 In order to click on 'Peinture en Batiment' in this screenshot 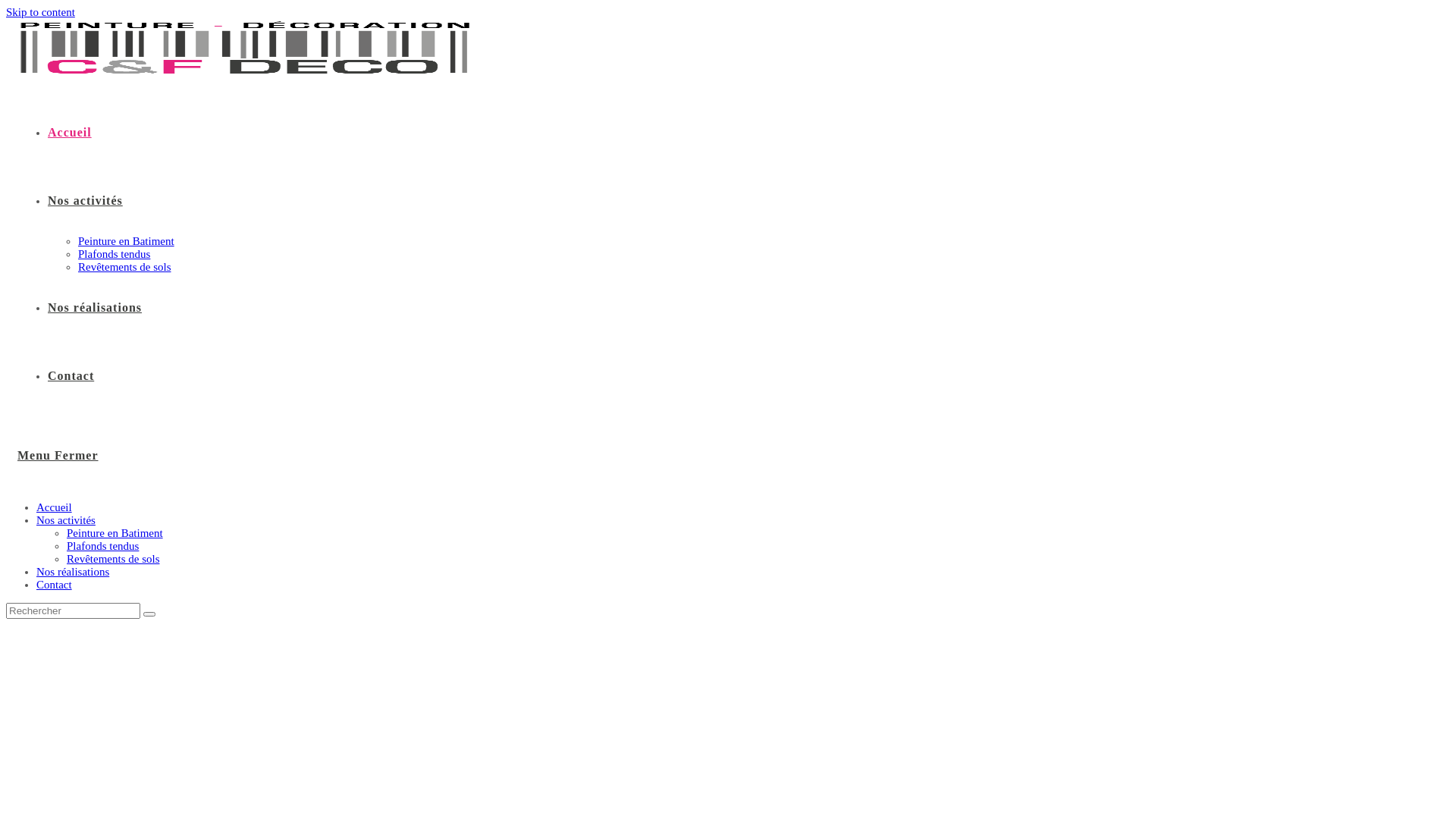, I will do `click(126, 240)`.